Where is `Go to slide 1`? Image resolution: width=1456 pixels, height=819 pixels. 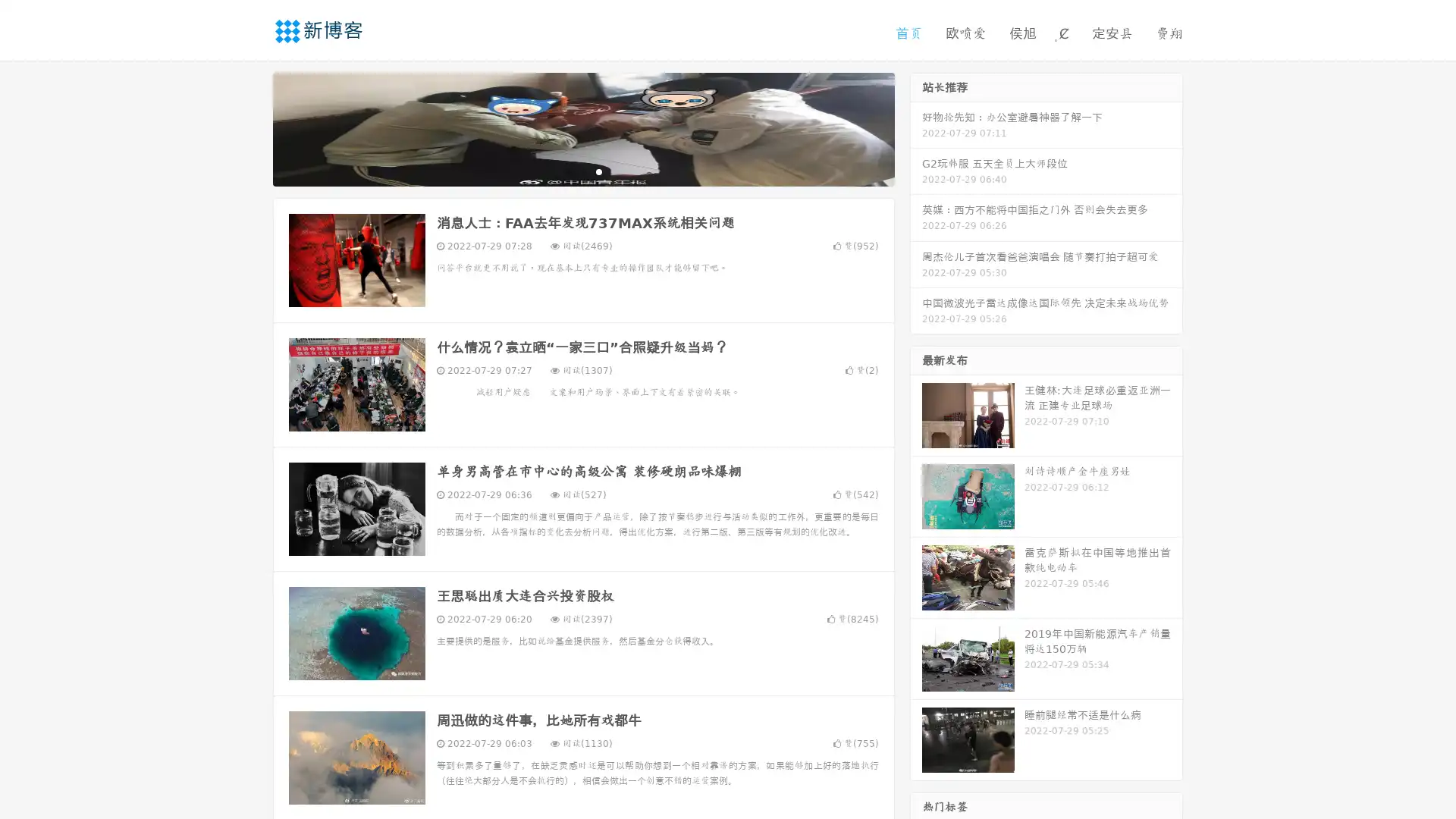
Go to slide 1 is located at coordinates (567, 171).